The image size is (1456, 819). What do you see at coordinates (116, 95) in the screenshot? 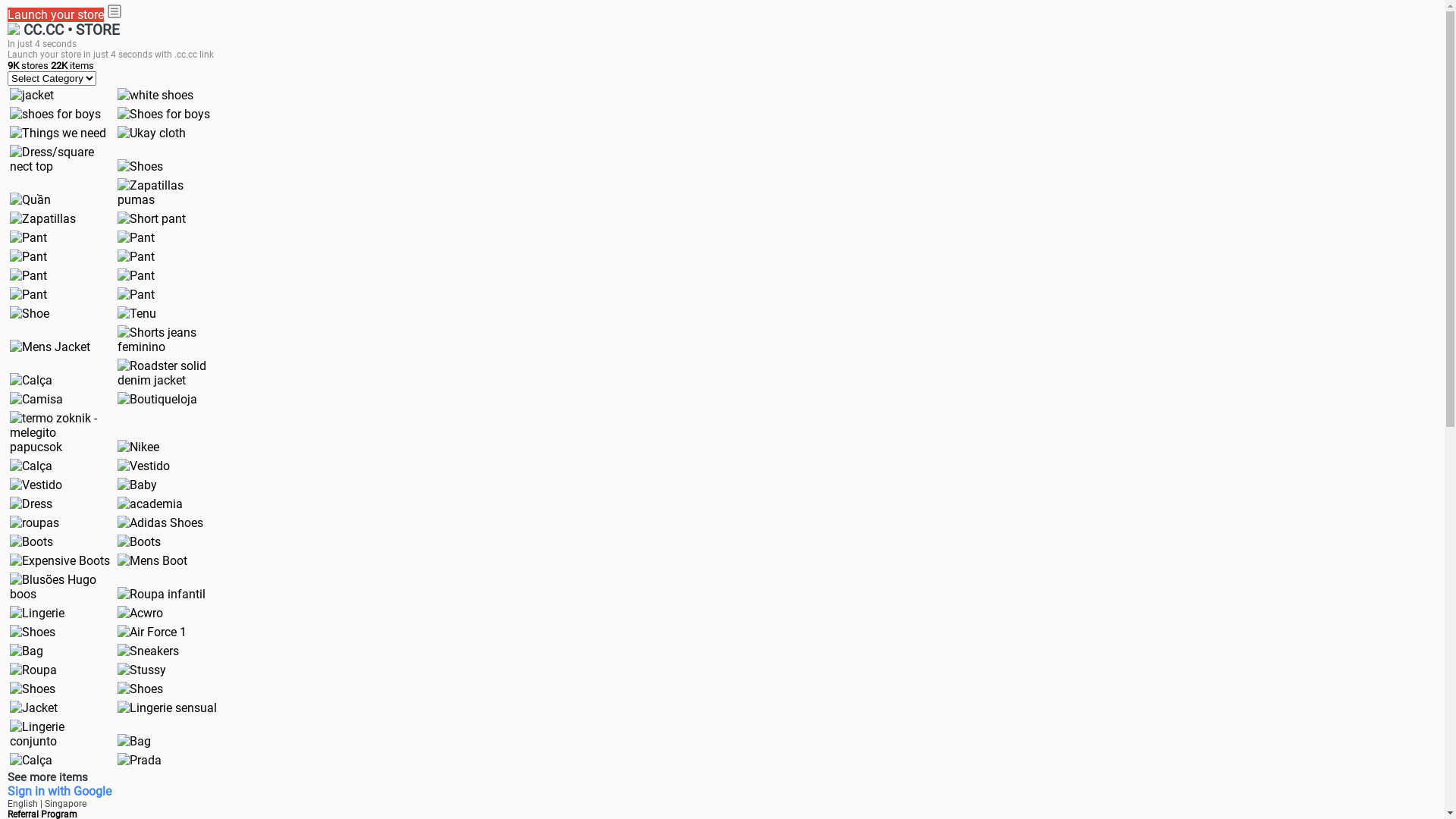
I see `'white shoes'` at bounding box center [116, 95].